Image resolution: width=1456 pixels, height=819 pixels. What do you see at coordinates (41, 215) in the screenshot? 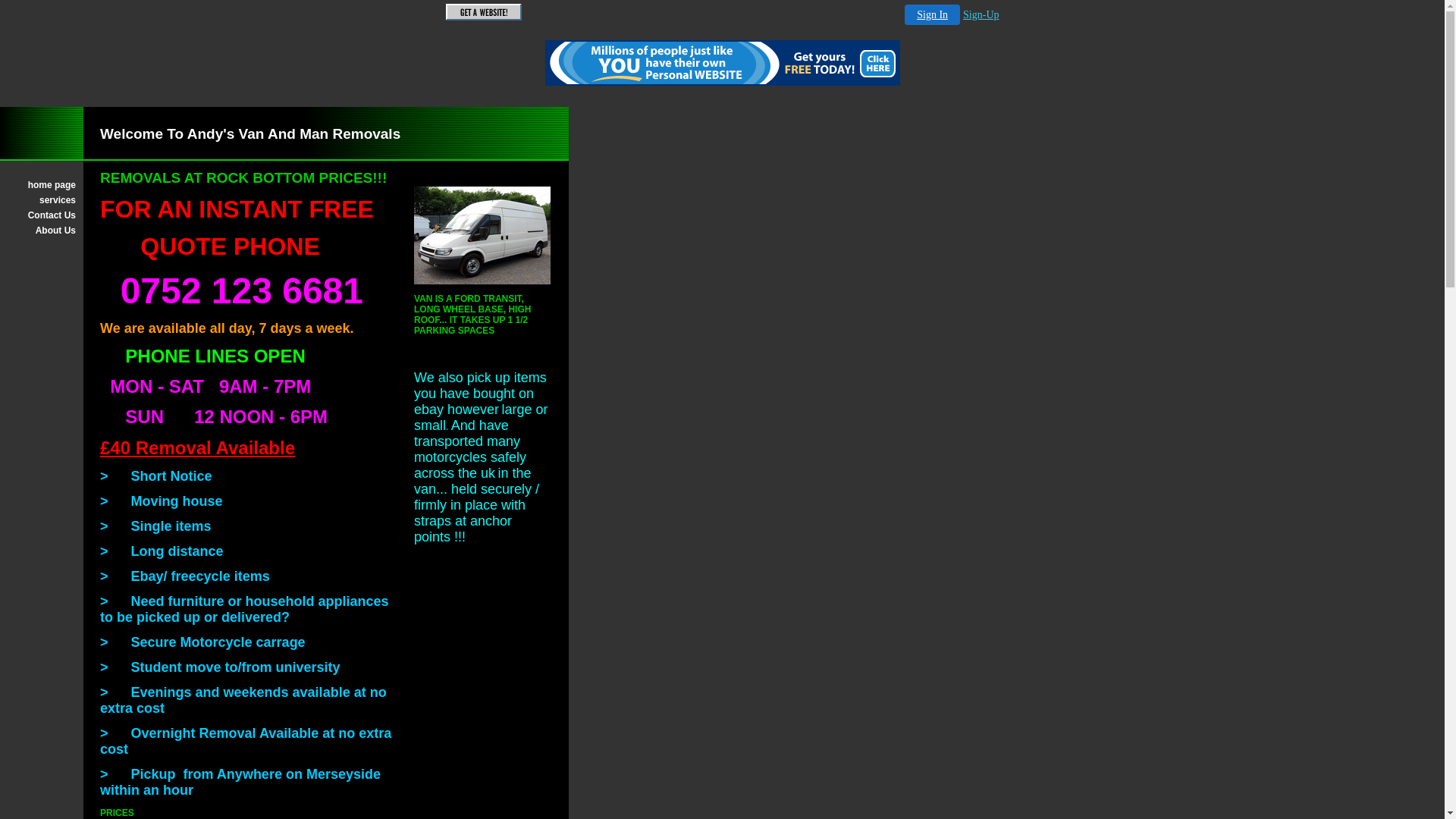
I see `'Contact Us'` at bounding box center [41, 215].